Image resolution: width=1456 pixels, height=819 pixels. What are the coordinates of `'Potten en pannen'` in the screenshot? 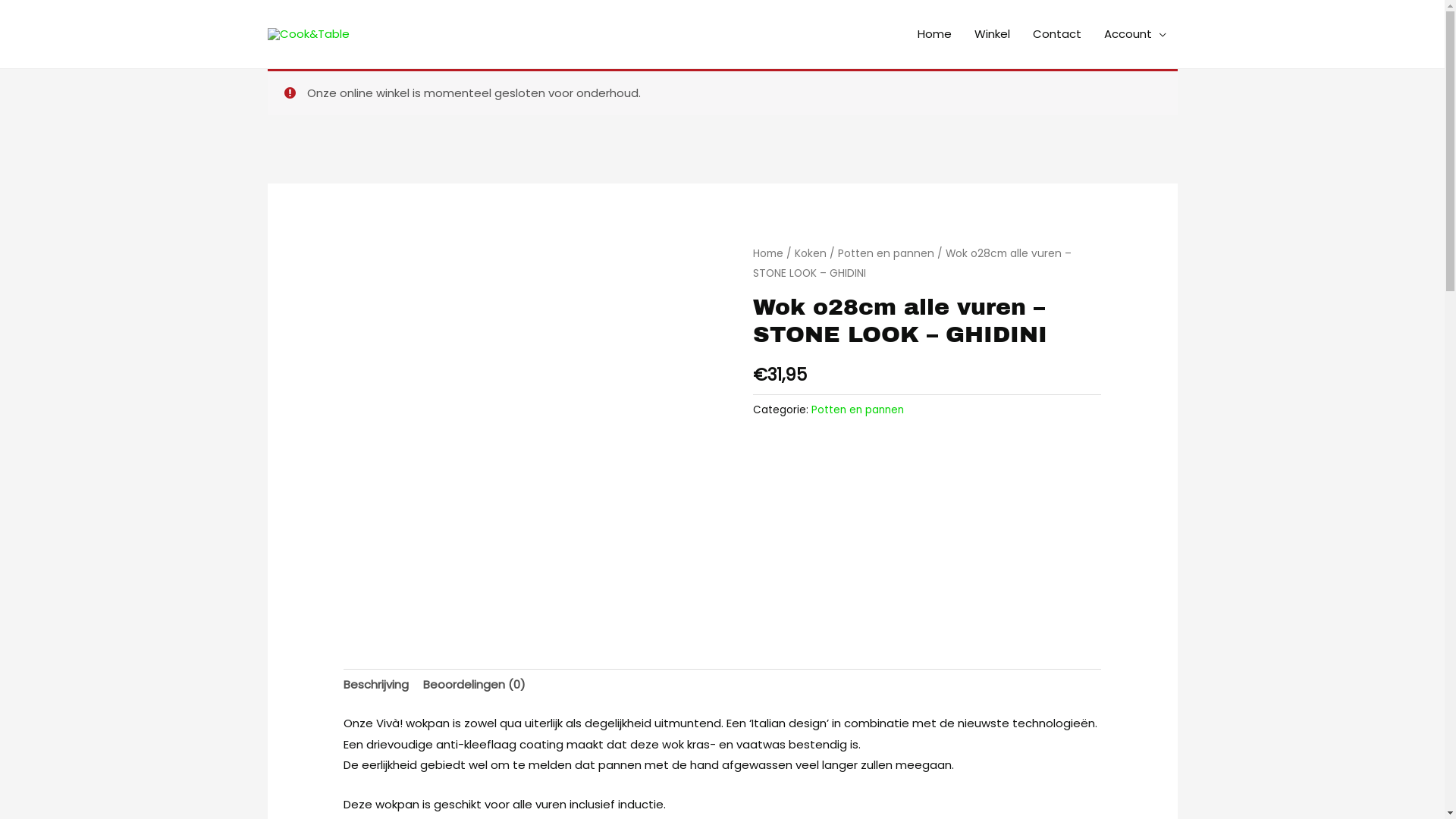 It's located at (811, 409).